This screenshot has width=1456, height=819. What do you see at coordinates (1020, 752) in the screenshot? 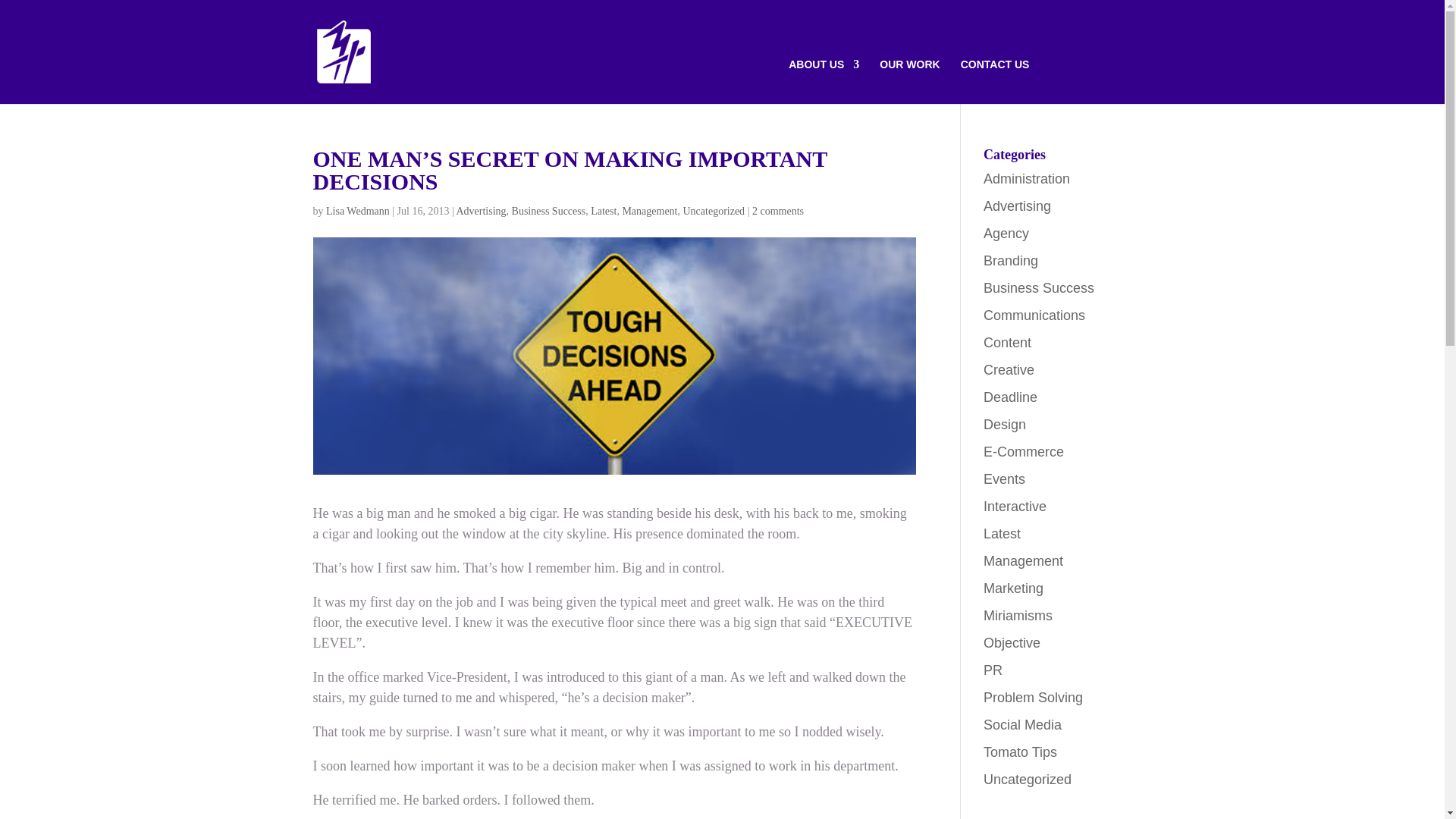
I see `'Tomato Tips'` at bounding box center [1020, 752].